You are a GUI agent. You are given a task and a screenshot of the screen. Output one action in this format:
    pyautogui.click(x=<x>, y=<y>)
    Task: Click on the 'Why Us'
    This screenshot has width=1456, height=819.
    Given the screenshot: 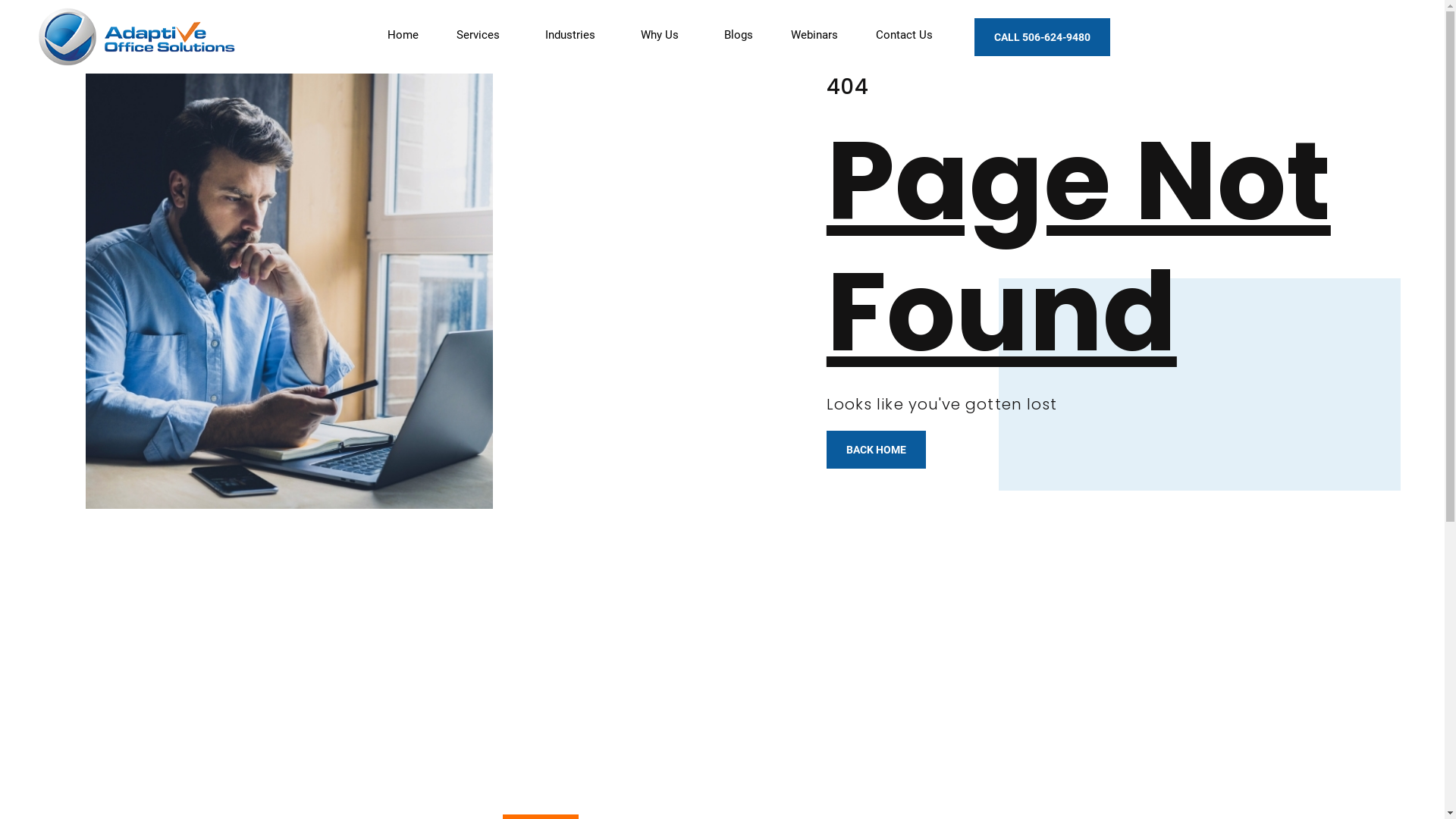 What is the action you would take?
    pyautogui.click(x=663, y=34)
    